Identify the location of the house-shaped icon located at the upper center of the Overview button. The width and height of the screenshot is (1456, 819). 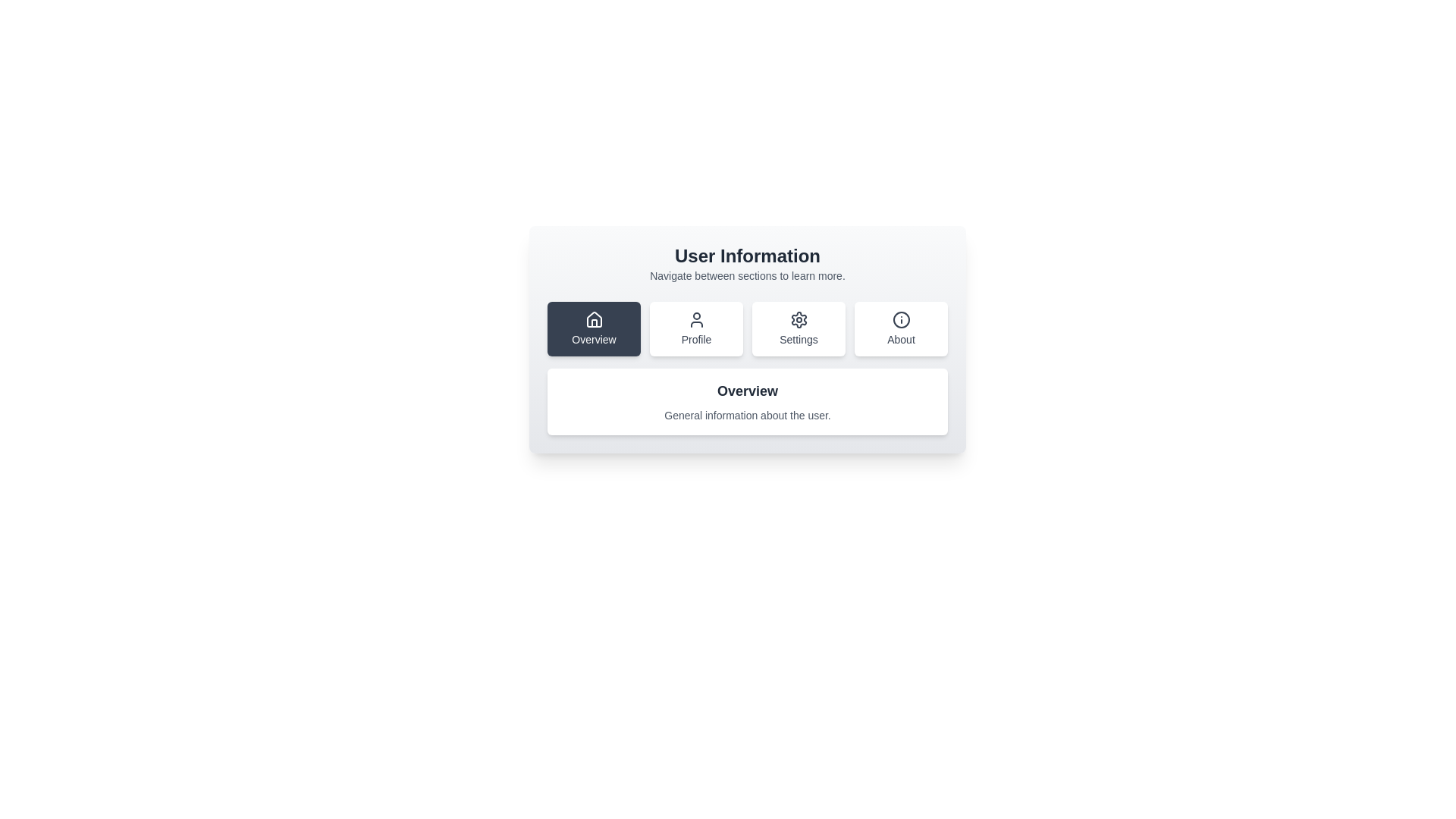
(593, 318).